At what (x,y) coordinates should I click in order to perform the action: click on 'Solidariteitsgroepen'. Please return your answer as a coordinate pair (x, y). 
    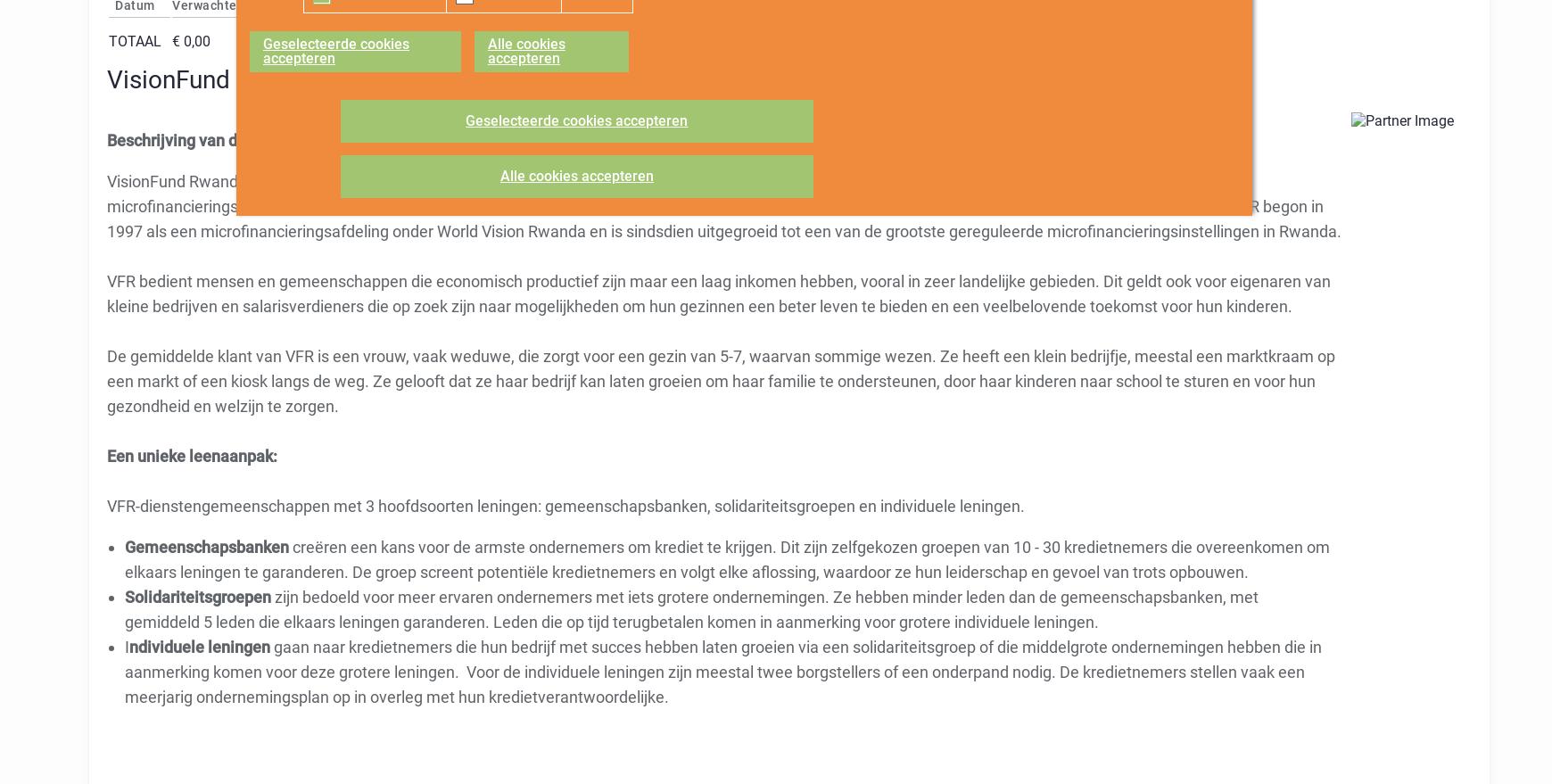
    Looking at the image, I should click on (198, 595).